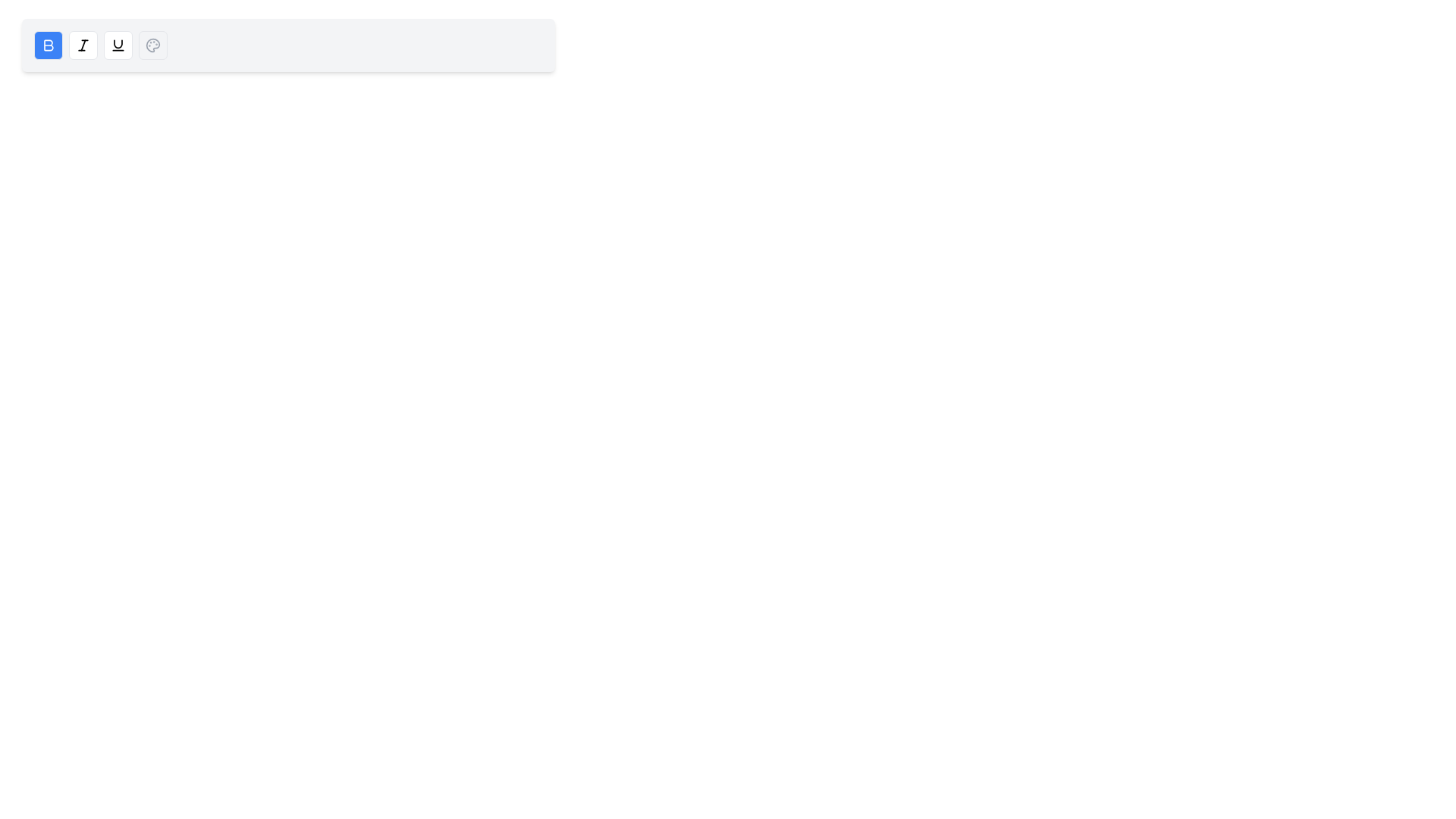  I want to click on the second button, so click(83, 45).